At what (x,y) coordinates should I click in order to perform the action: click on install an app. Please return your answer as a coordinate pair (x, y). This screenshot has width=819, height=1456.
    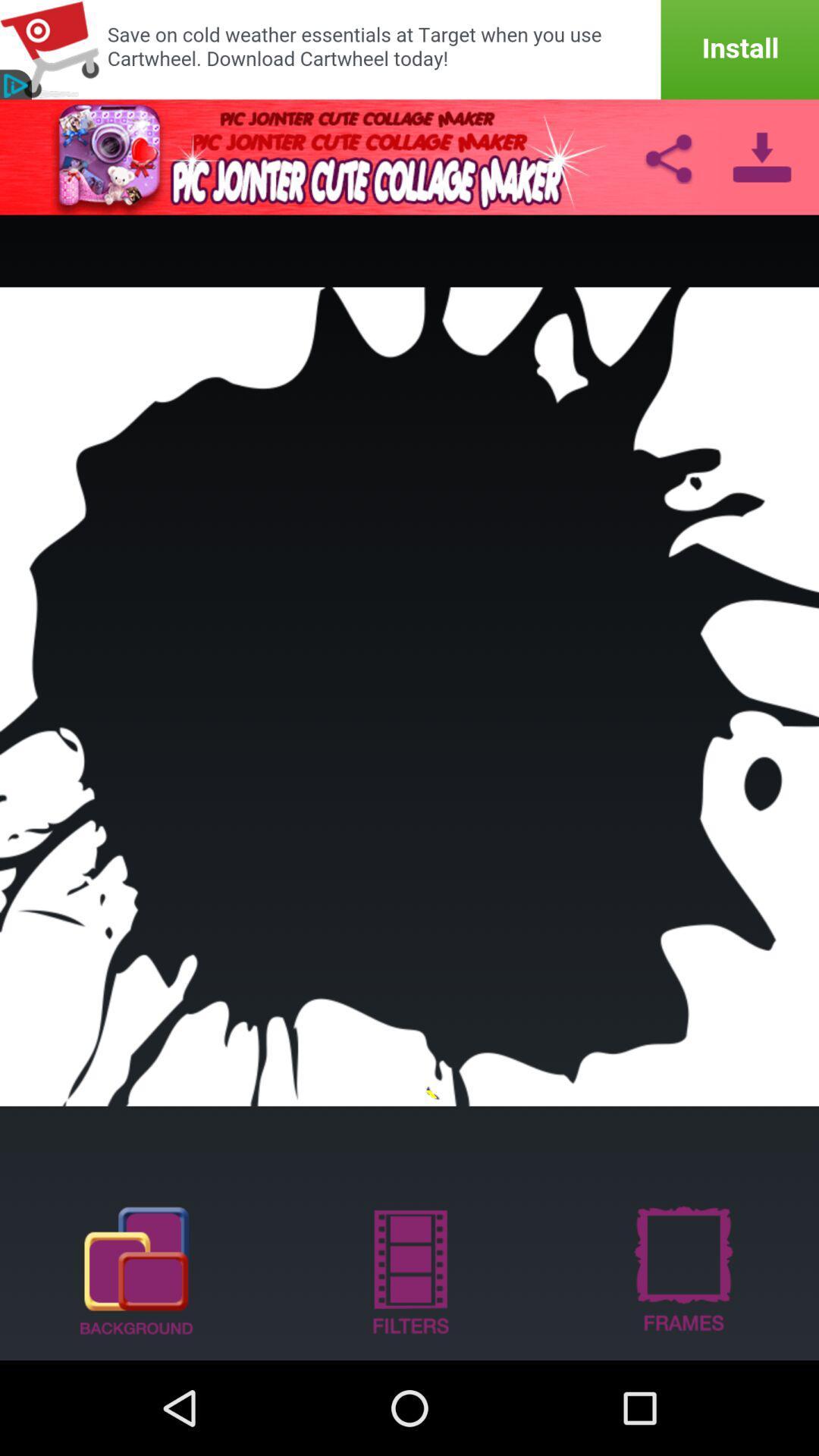
    Looking at the image, I should click on (409, 49).